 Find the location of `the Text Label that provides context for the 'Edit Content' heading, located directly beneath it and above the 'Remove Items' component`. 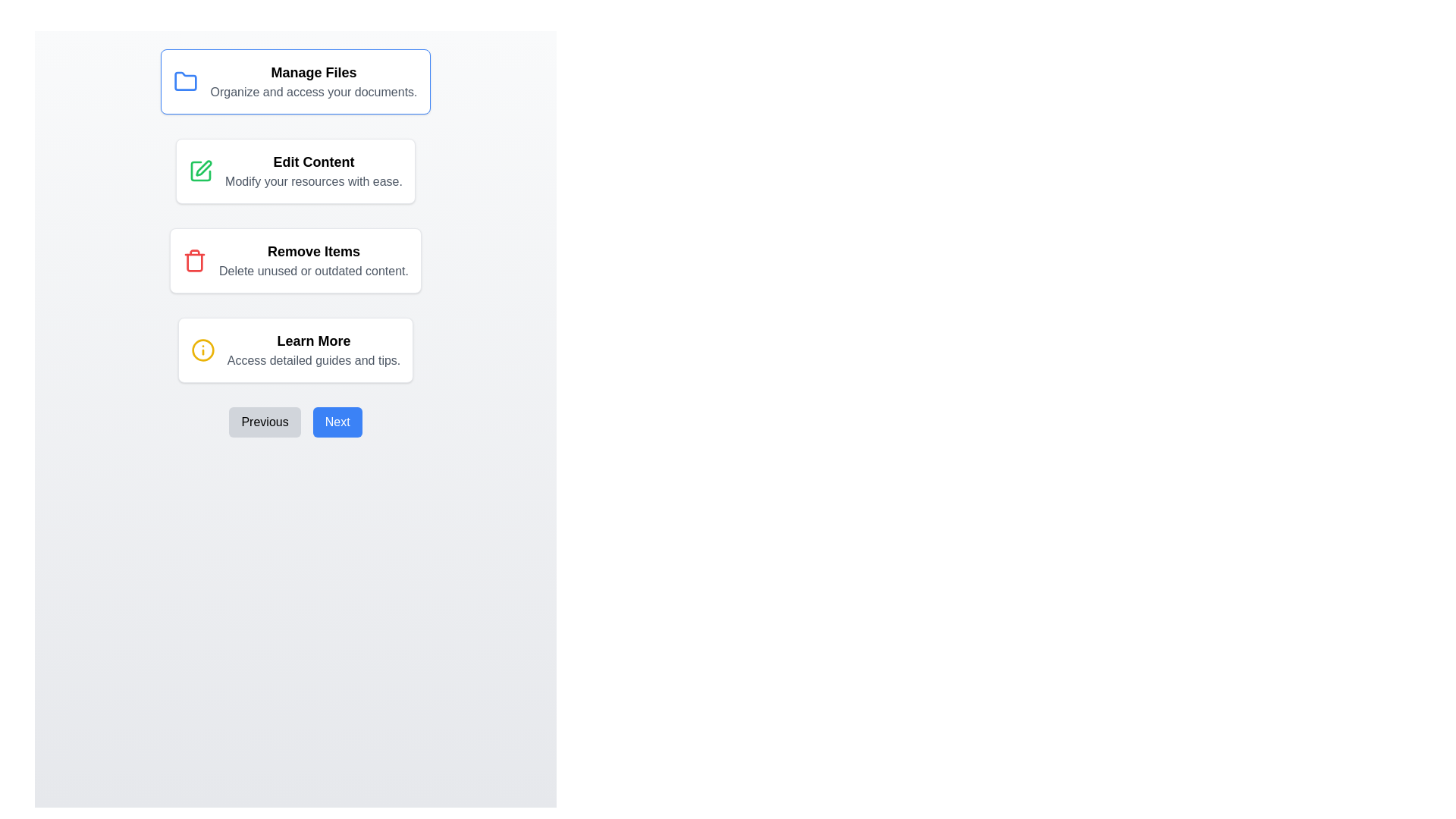

the Text Label that provides context for the 'Edit Content' heading, located directly beneath it and above the 'Remove Items' component is located at coordinates (312, 180).